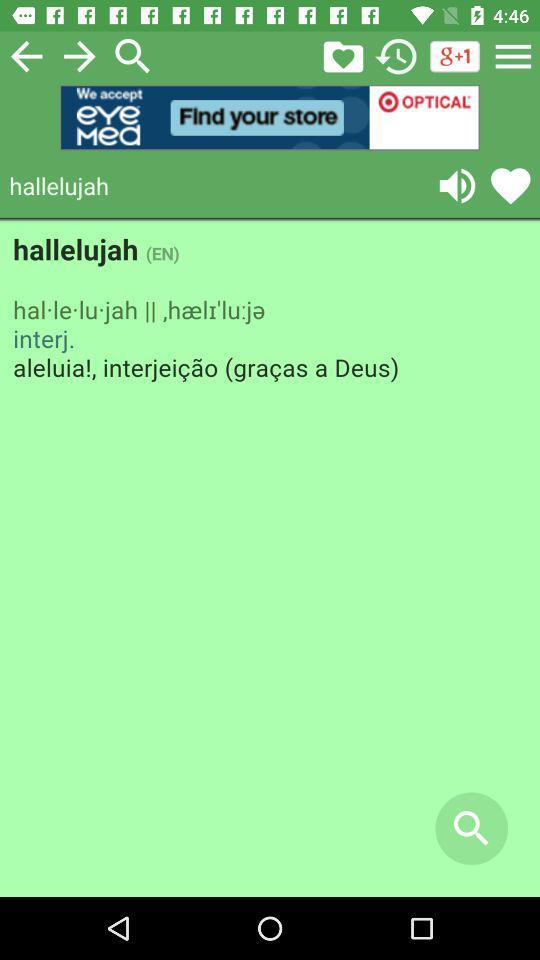  I want to click on previous page, so click(25, 55).